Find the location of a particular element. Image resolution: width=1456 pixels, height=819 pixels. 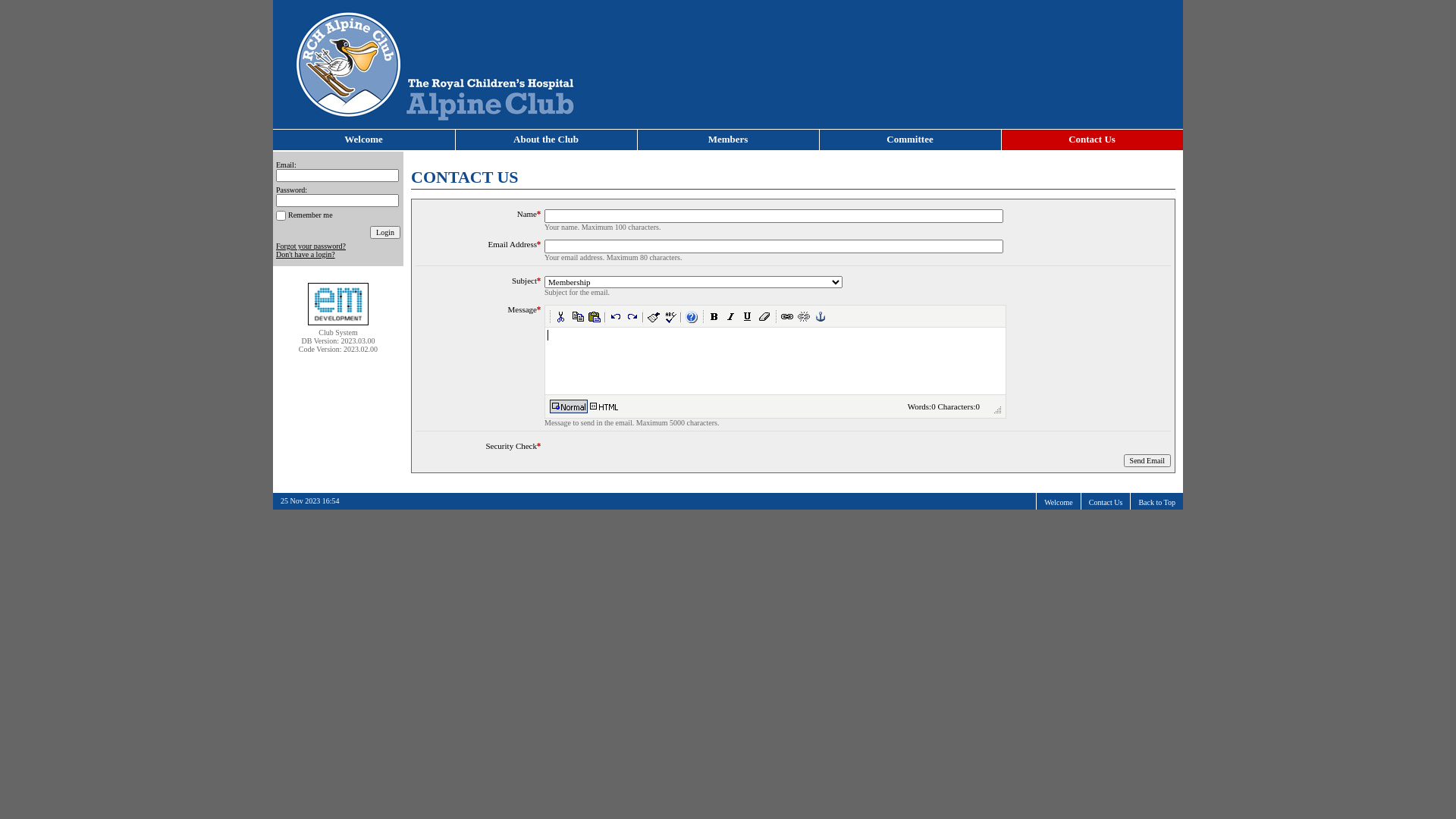

'Help' is located at coordinates (683, 315).